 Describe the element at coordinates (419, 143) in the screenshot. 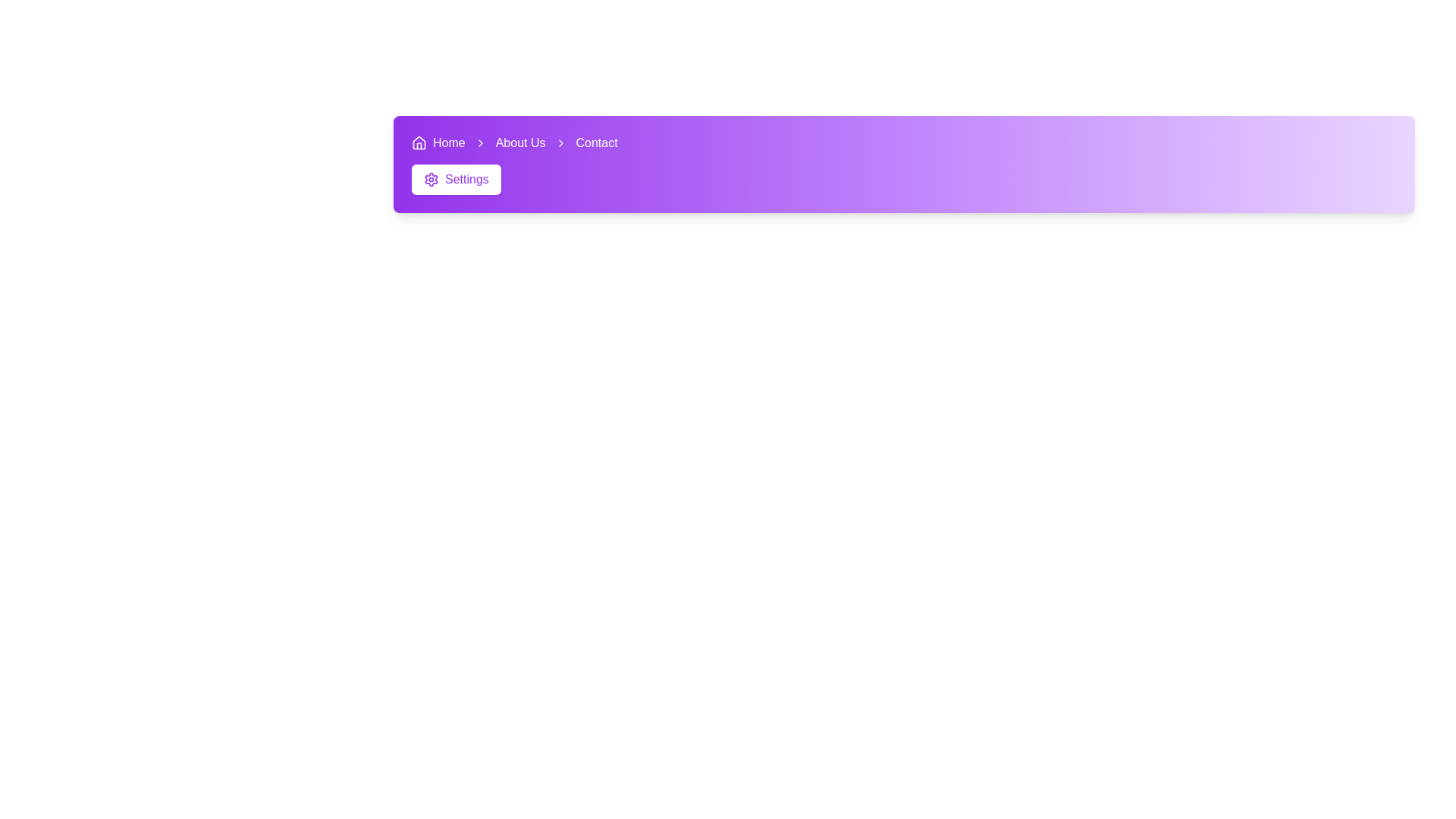

I see `the home icon located at the top-left corner of the navigation bar, which serves as a navigational element to the main page of the website` at that location.